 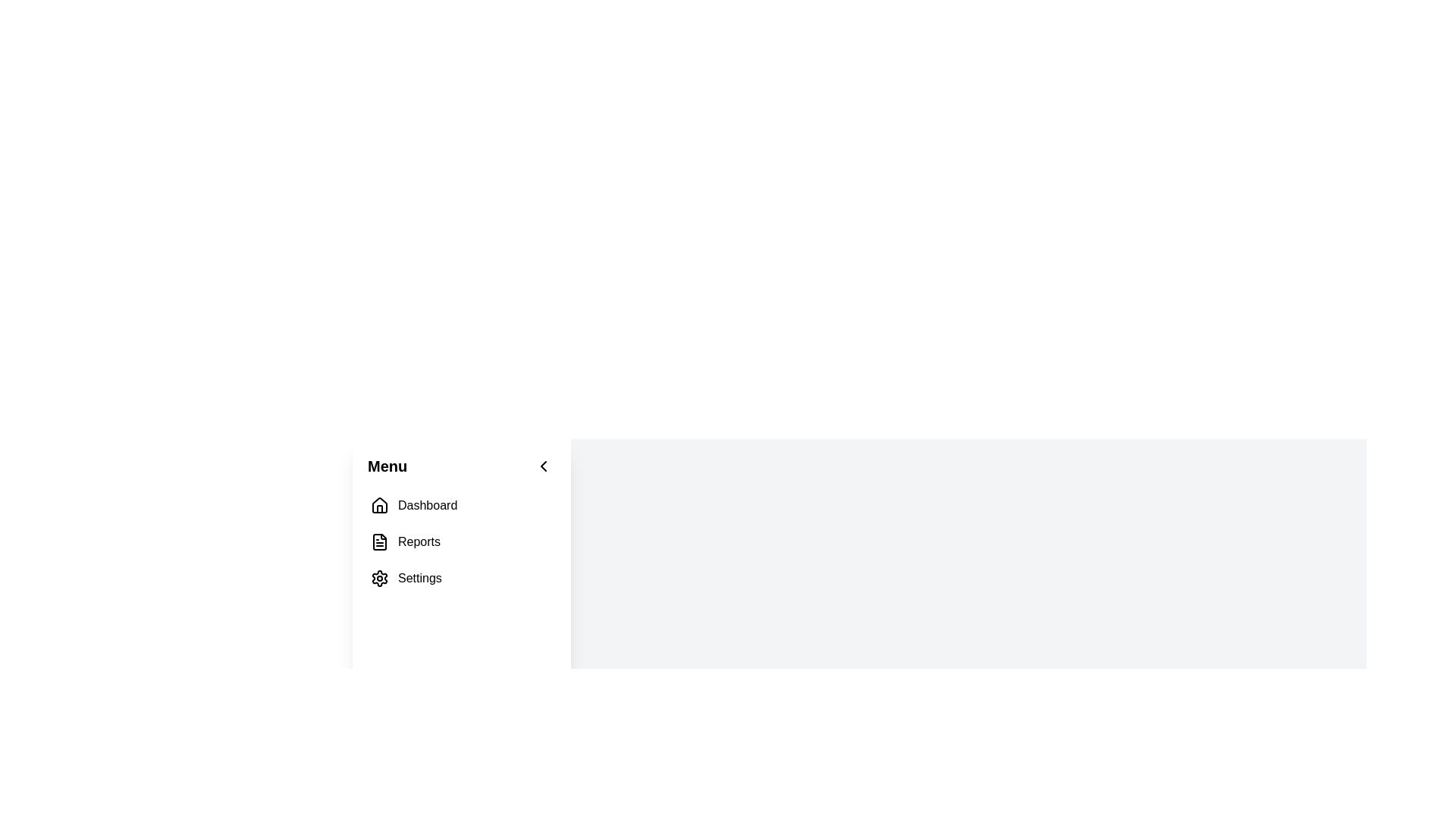 What do you see at coordinates (379, 505) in the screenshot?
I see `the house-like icon representing the 'Dashboard' menu item located on the left side of the interface` at bounding box center [379, 505].